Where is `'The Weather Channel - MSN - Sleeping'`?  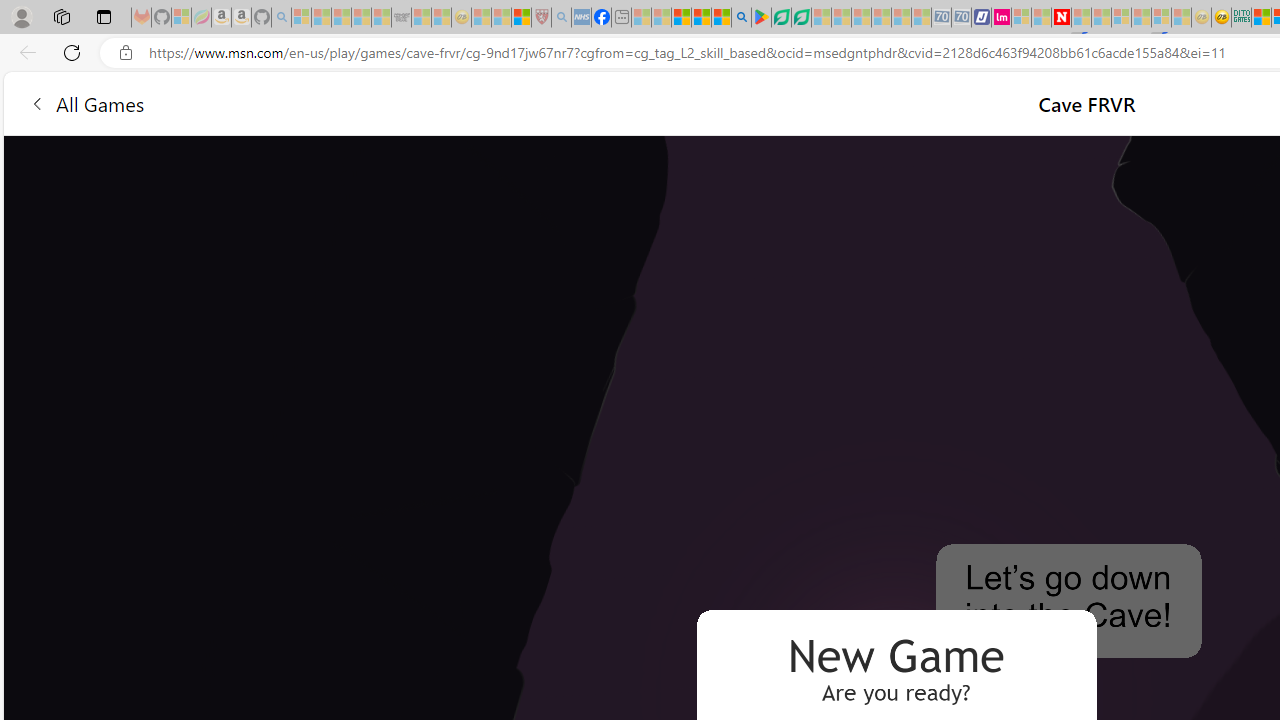 'The Weather Channel - MSN - Sleeping' is located at coordinates (341, 17).